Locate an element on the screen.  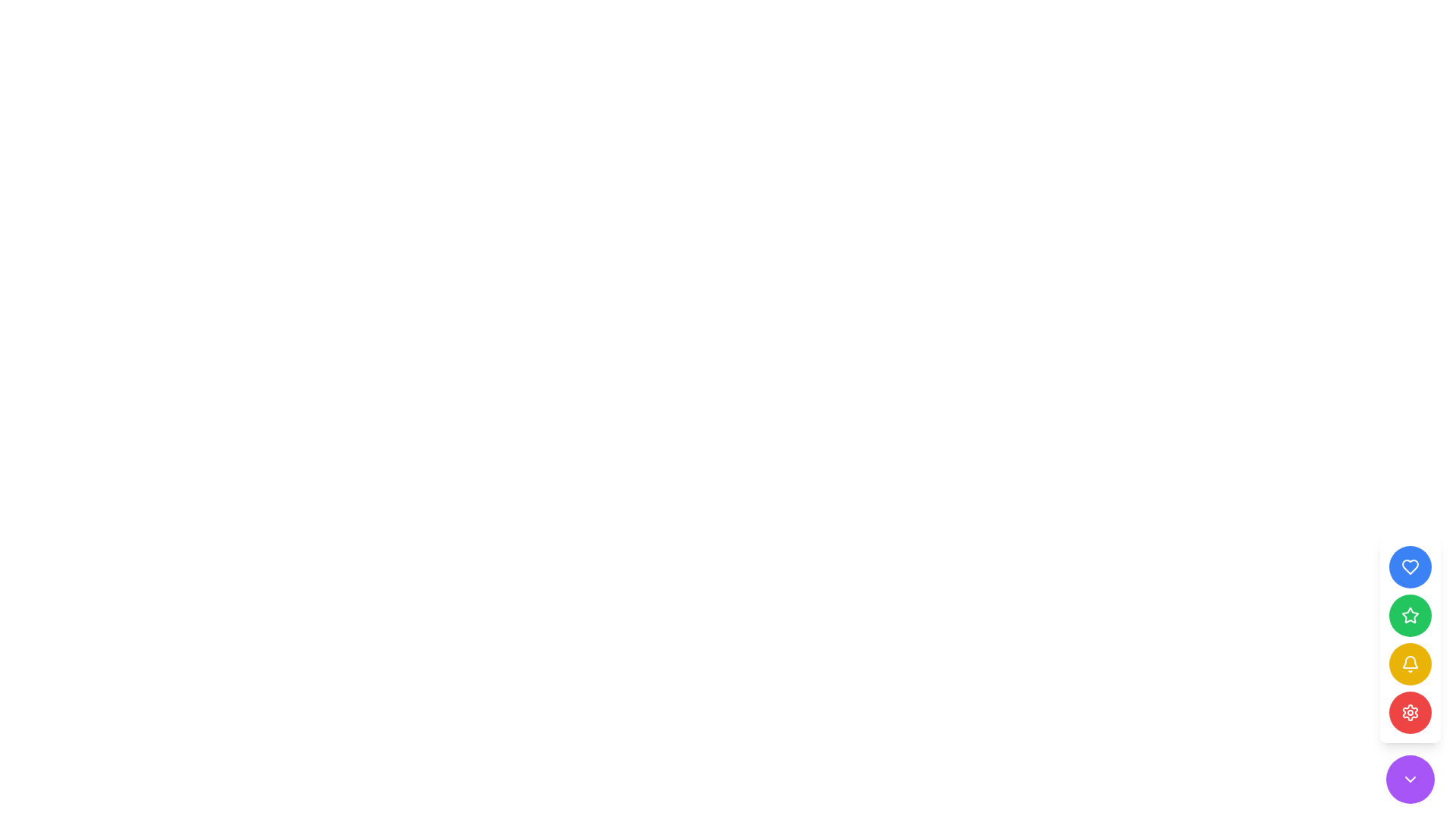
the blue heart icon located at the top of the vertical action bar on the right side of the interface is located at coordinates (1410, 567).